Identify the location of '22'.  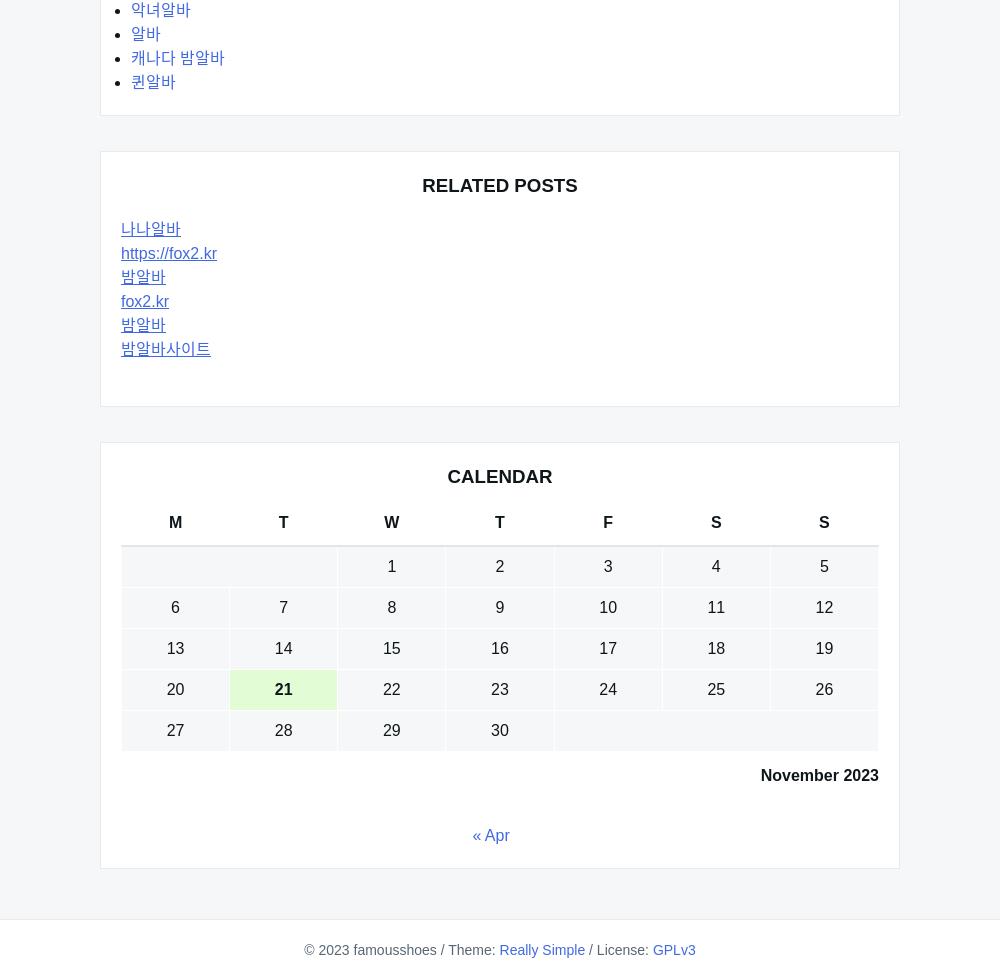
(391, 689).